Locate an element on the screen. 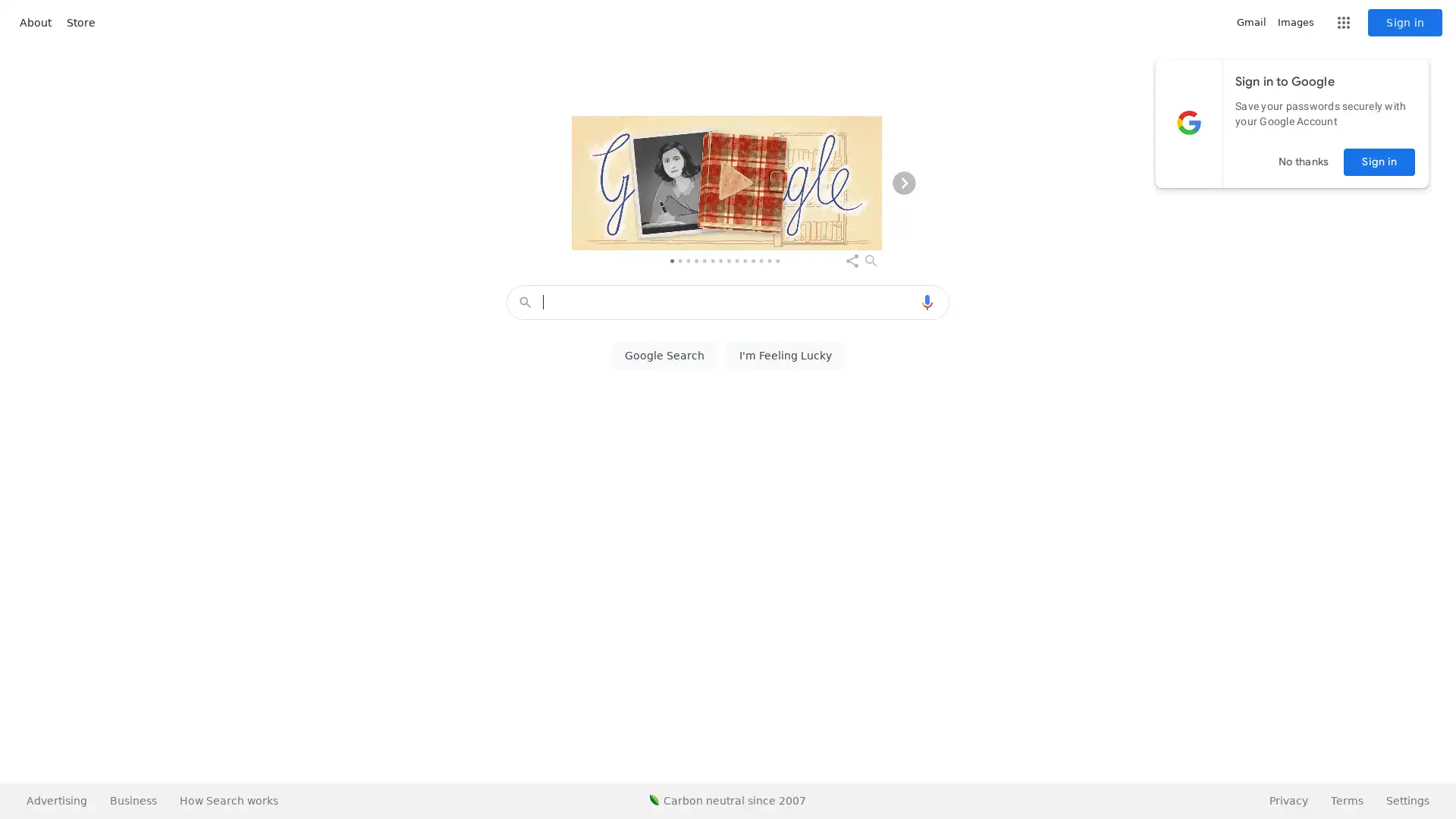 The height and width of the screenshot is (819, 1456). Search by voice is located at coordinates (927, 302).